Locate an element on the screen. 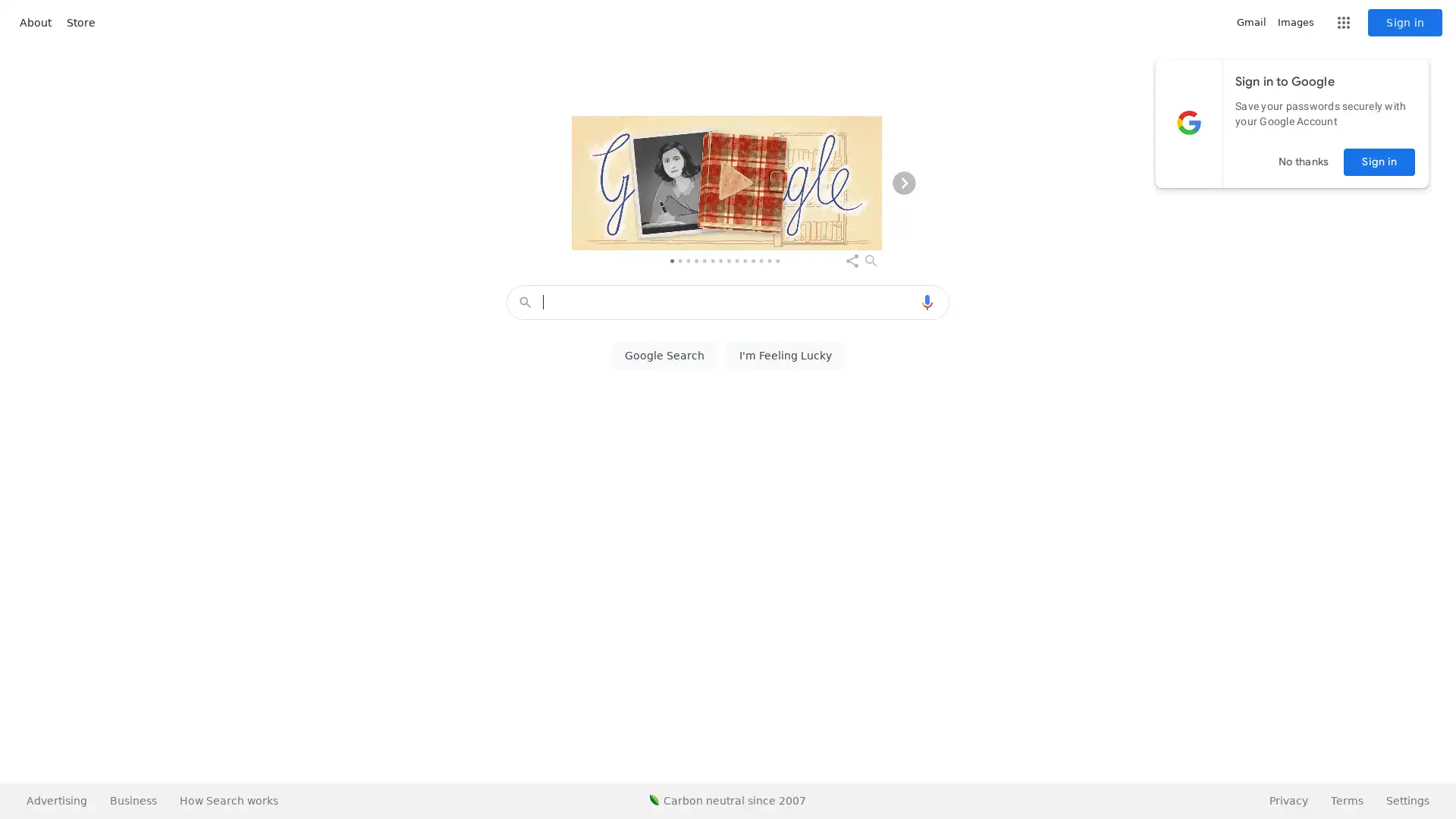 The height and width of the screenshot is (819, 1456). Search by voice is located at coordinates (927, 302).